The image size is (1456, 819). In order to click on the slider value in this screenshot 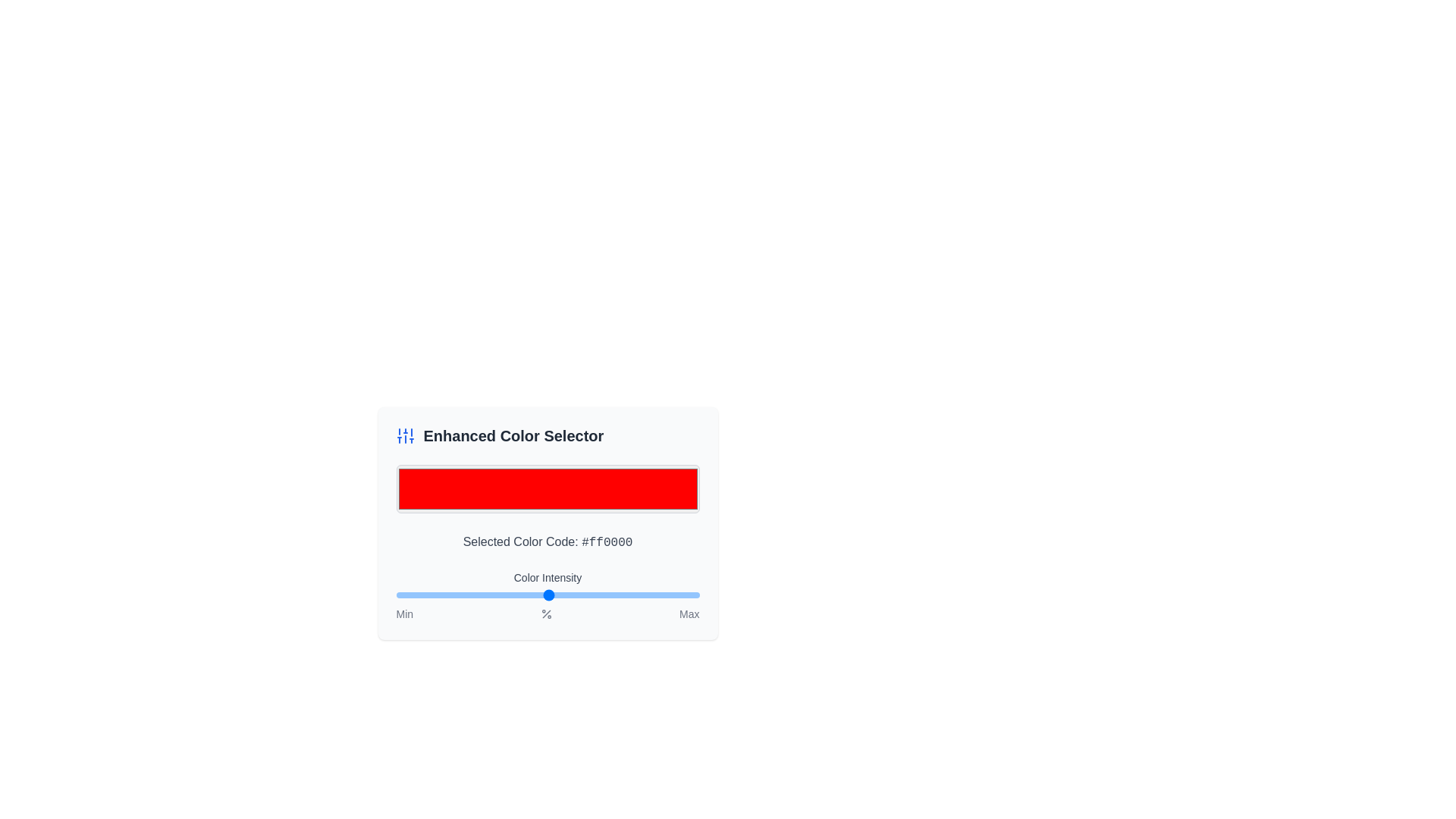, I will do `click(537, 595)`.